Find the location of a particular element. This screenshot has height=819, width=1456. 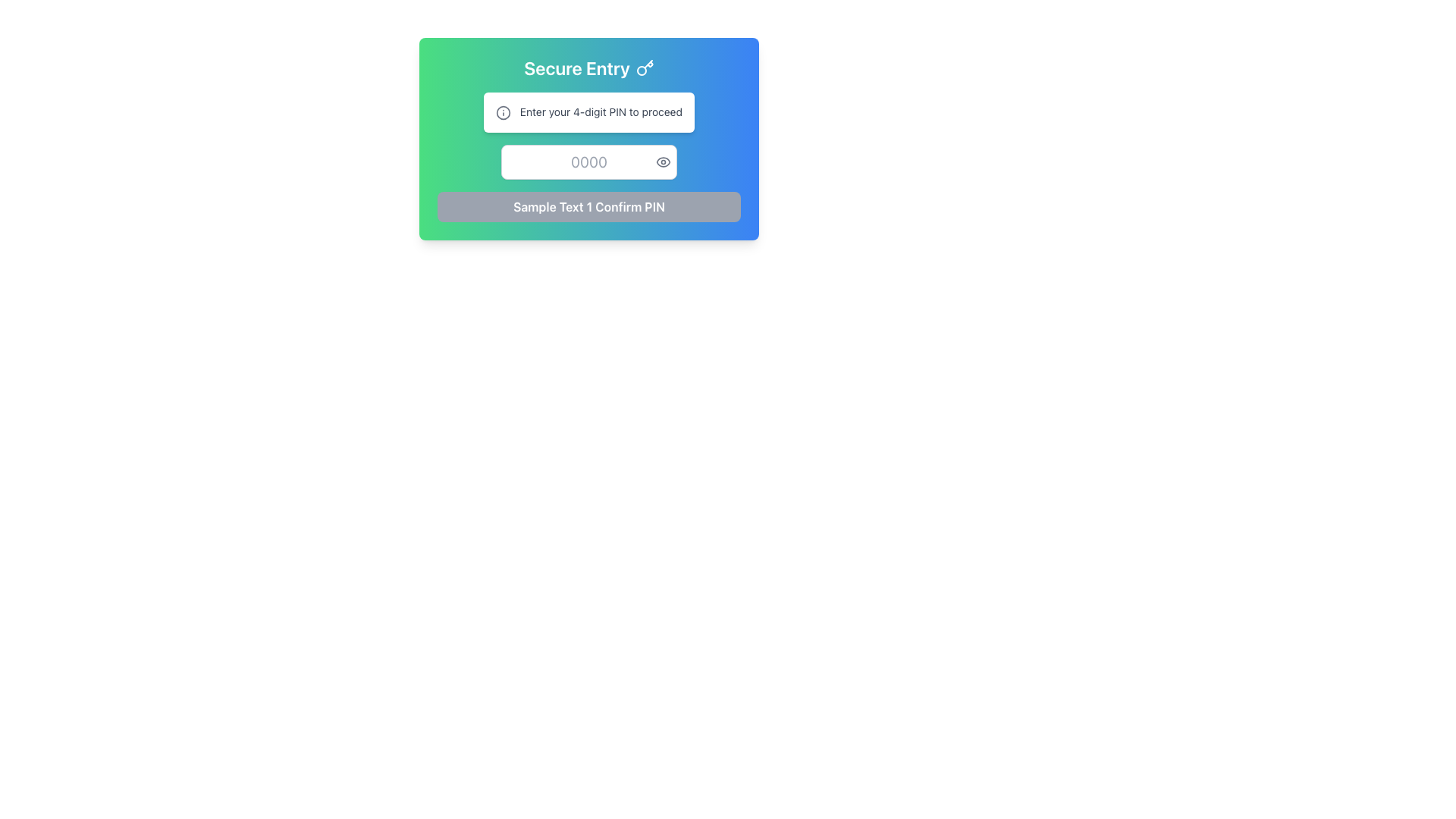

the header text element that indicates the purpose or theme of the content on the card, which is centrally placed at the top of the card with a gradient background is located at coordinates (588, 67).